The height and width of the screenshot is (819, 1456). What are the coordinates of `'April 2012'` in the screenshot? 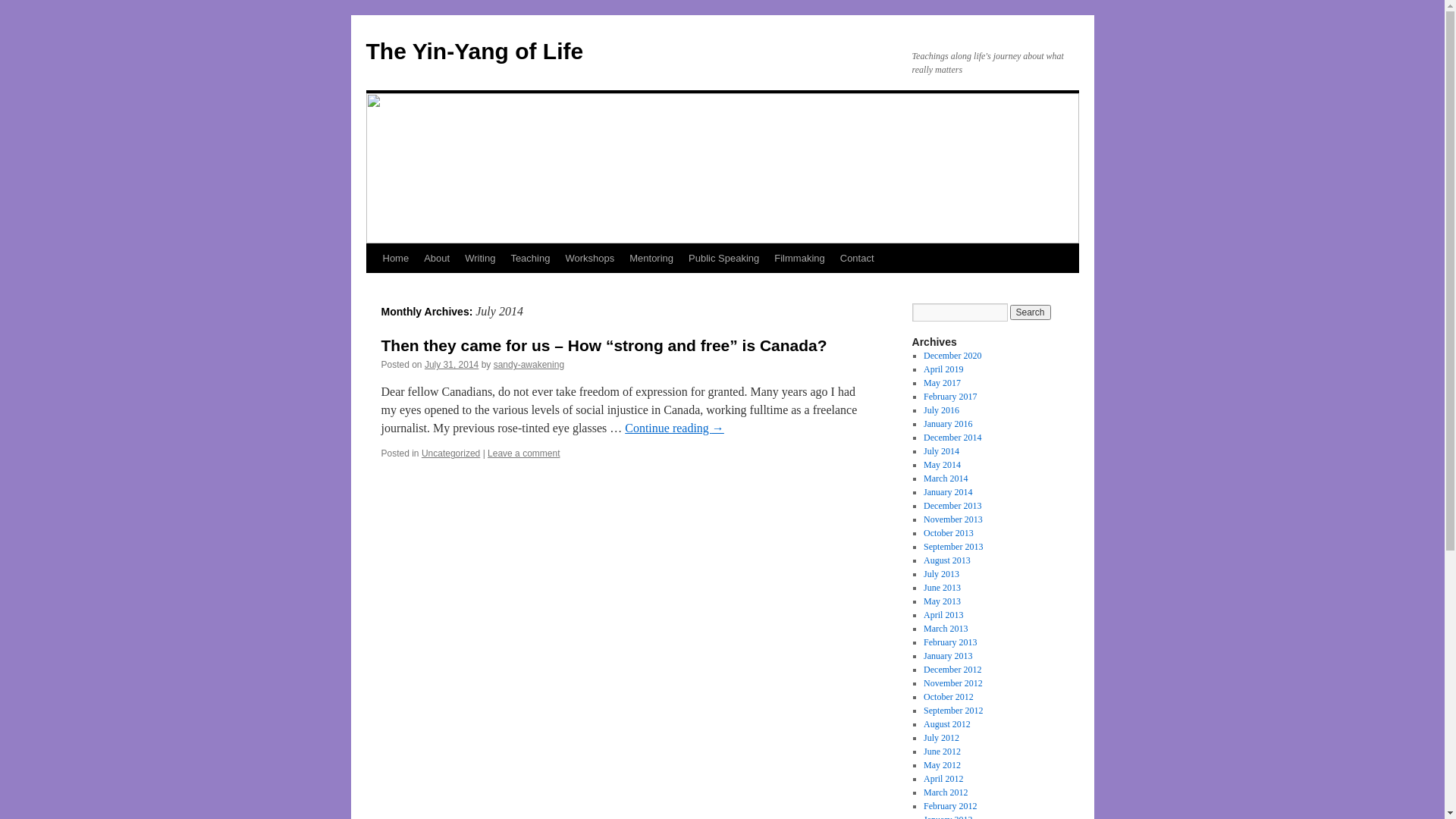 It's located at (942, 778).